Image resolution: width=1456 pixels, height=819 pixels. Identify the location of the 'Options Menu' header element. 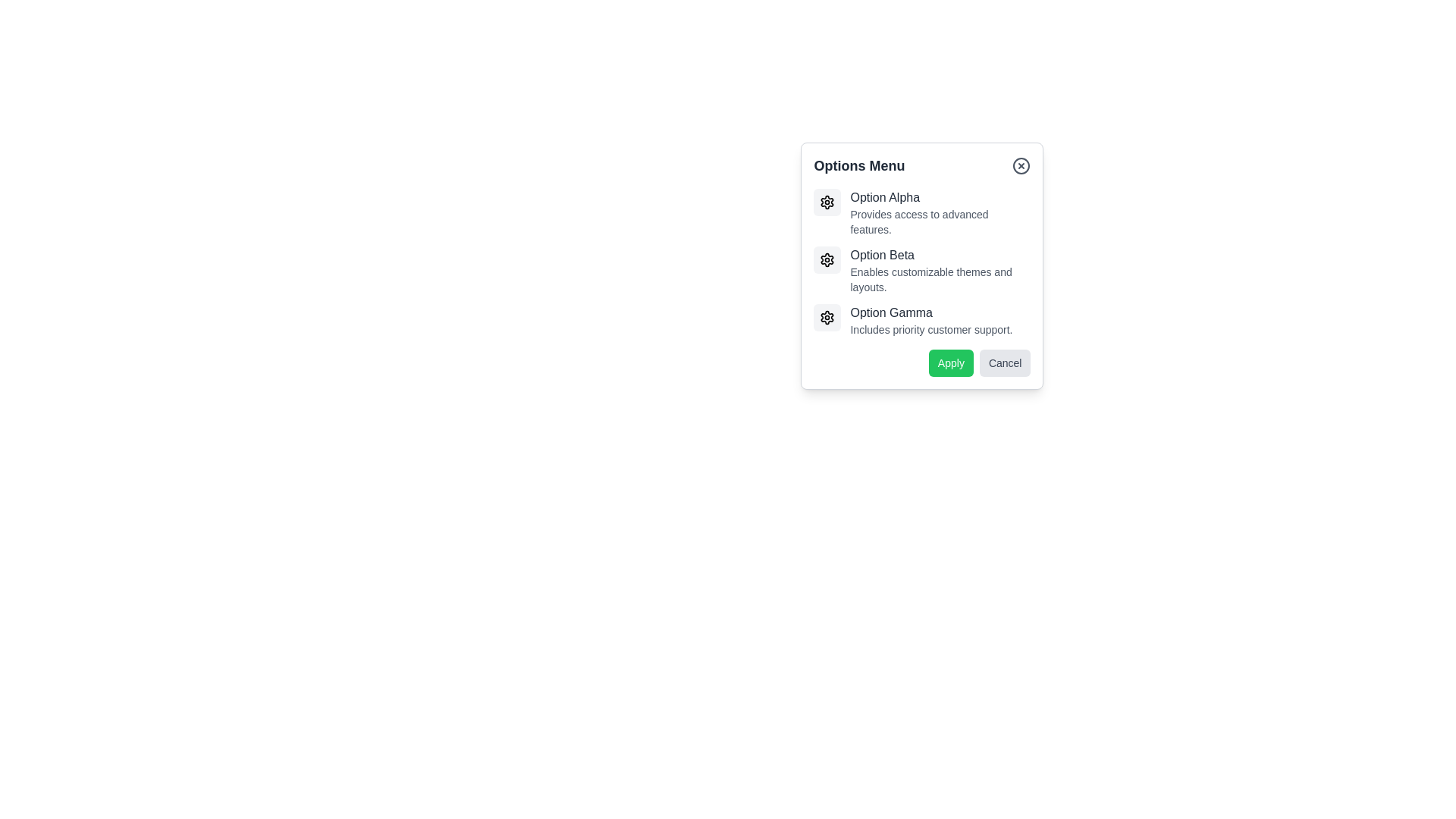
(921, 166).